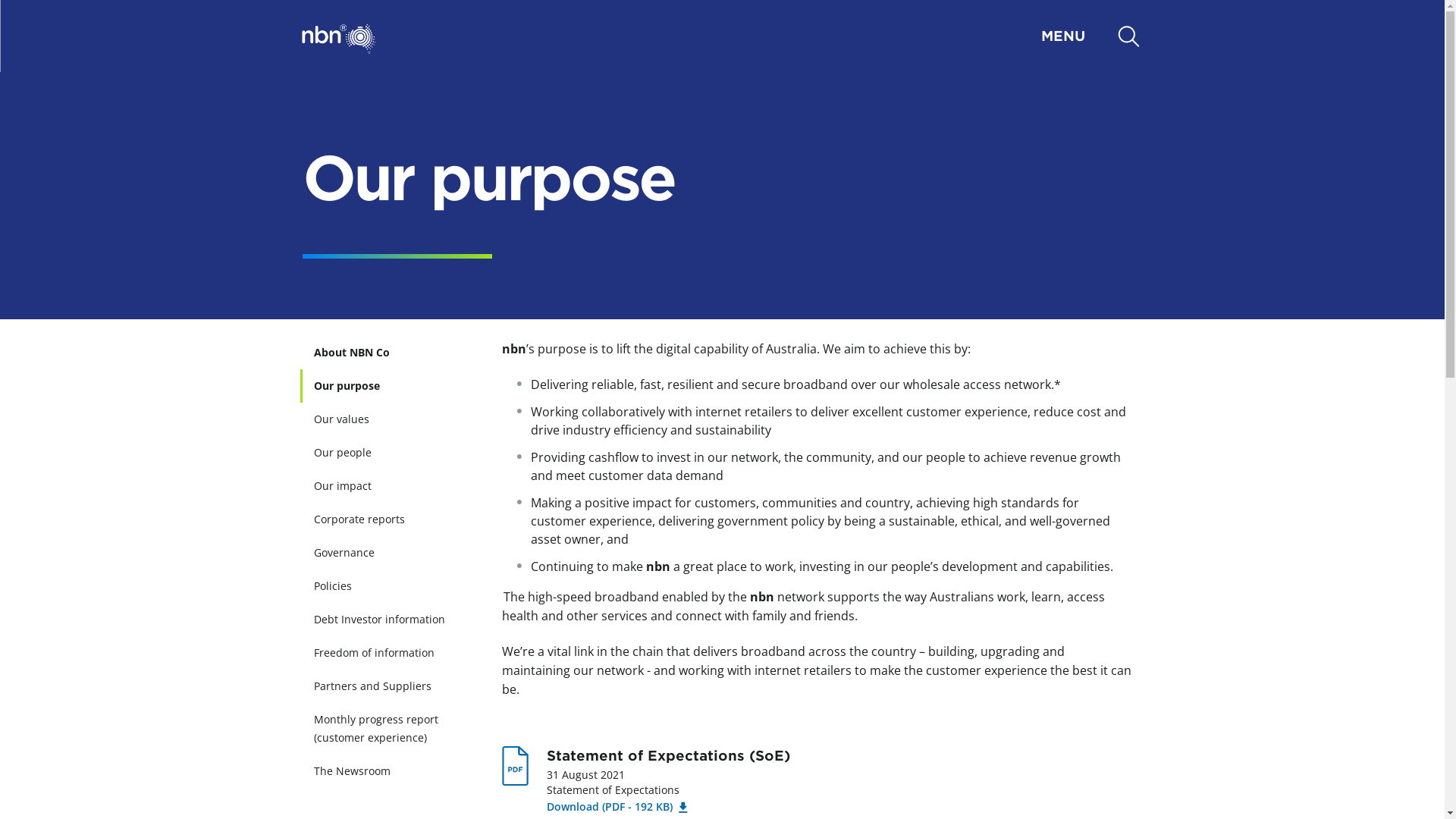 The width and height of the screenshot is (1456, 819). What do you see at coordinates (388, 771) in the screenshot?
I see `'The Newsroom'` at bounding box center [388, 771].